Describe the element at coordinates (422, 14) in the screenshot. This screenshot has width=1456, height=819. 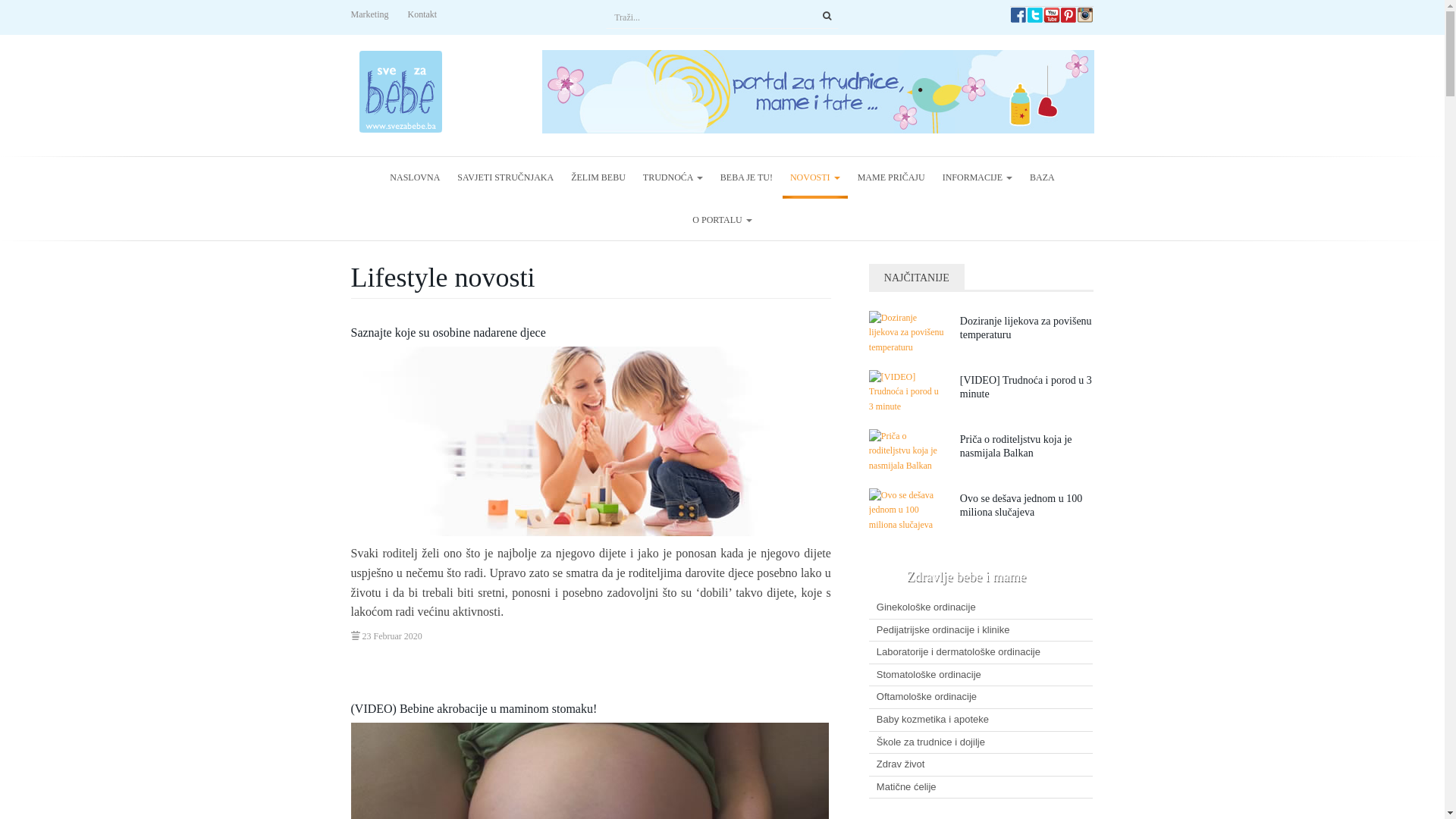
I see `'Kontakt'` at that location.